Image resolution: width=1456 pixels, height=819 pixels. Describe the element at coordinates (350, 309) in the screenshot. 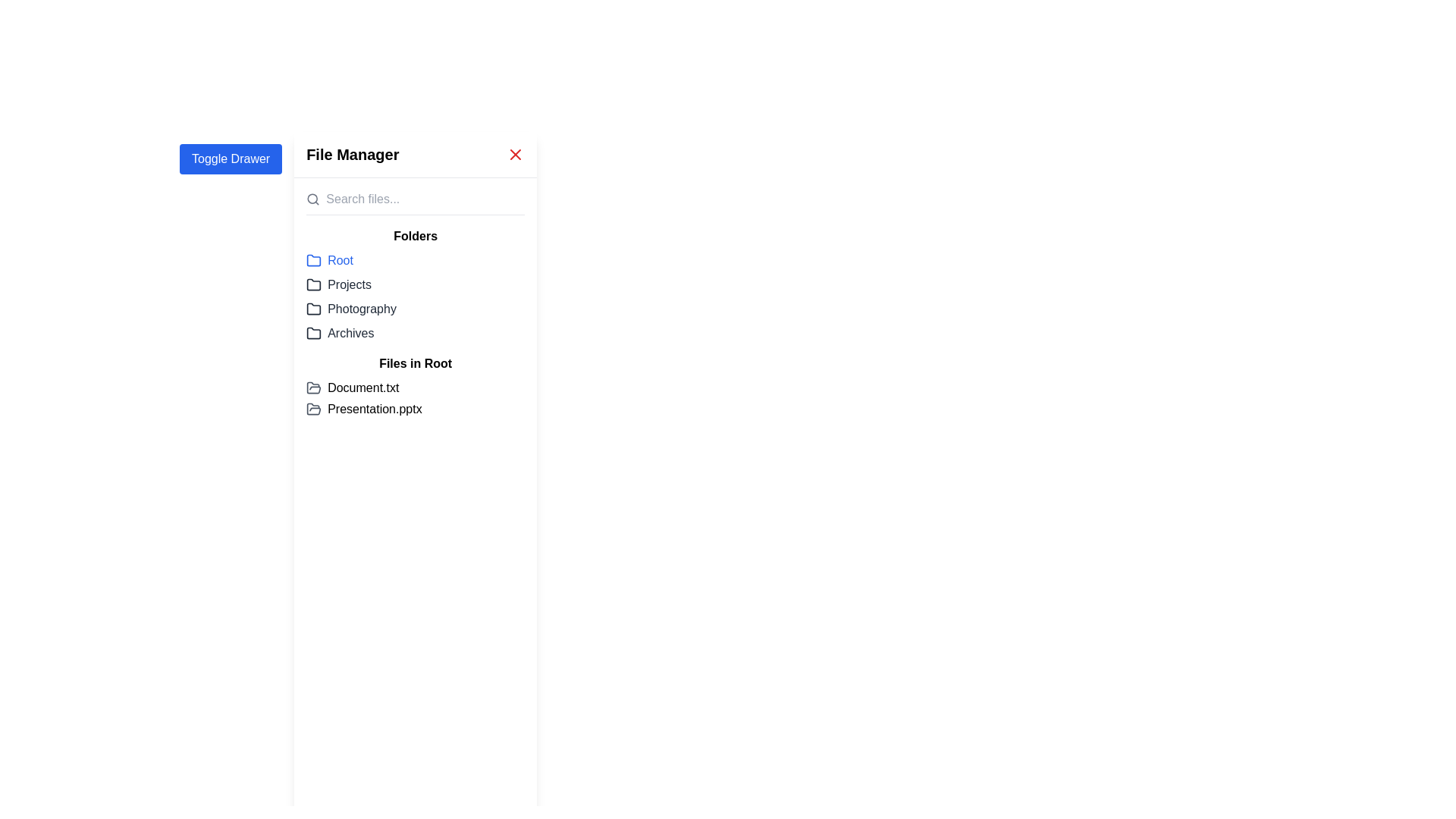

I see `the clickable text labeled 'Photography' located as the third item in the vertical list under the 'Folders' section in the left panel of the 'File Manager' UI` at that location.